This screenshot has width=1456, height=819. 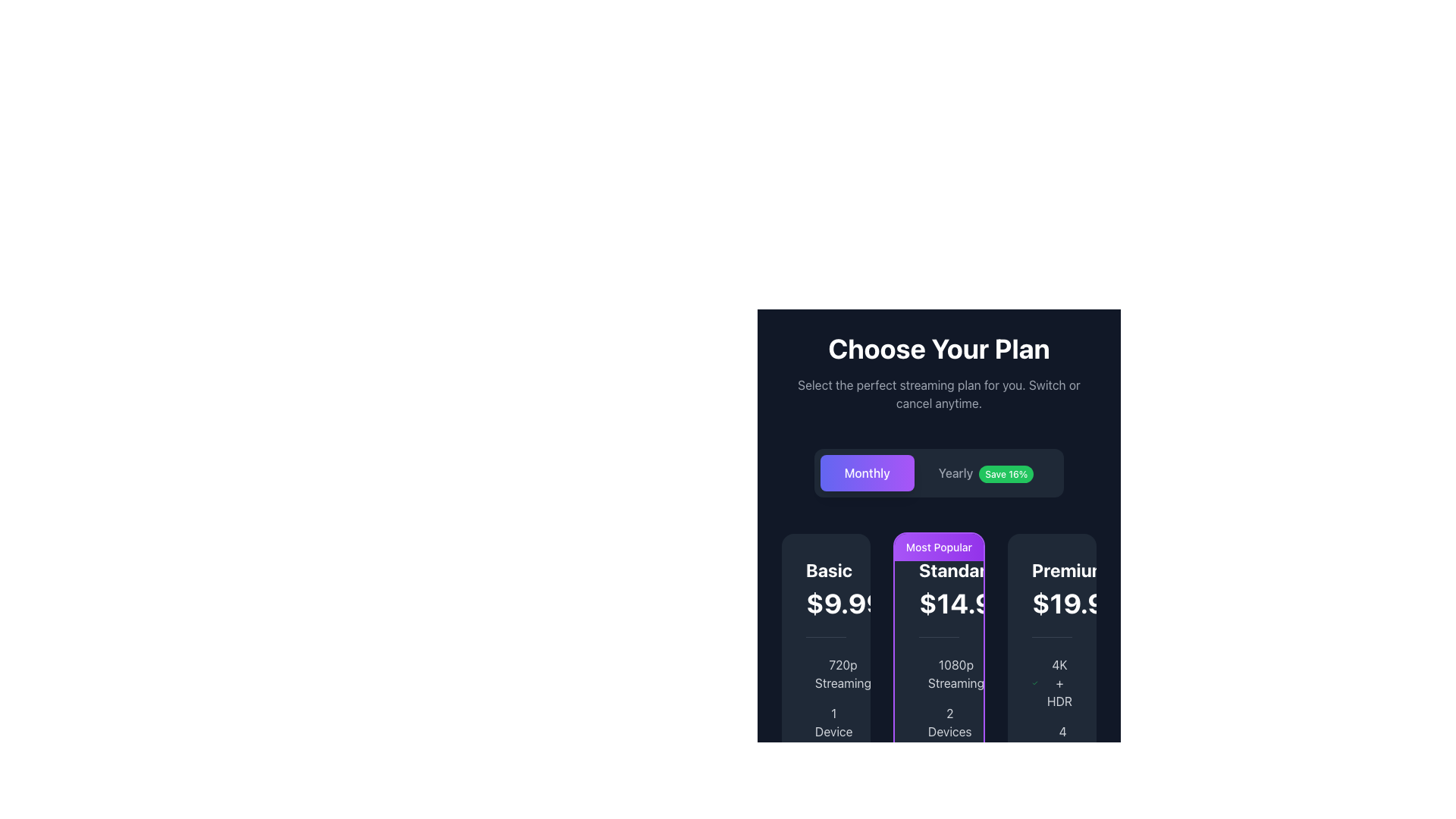 What do you see at coordinates (938, 547) in the screenshot?
I see `the 'Most Popular' label, which is a rectangular banner with a gradient background and white centered text, located at the top of the 'Standard' pricing card in the 'Choose Your Plan' section` at bounding box center [938, 547].